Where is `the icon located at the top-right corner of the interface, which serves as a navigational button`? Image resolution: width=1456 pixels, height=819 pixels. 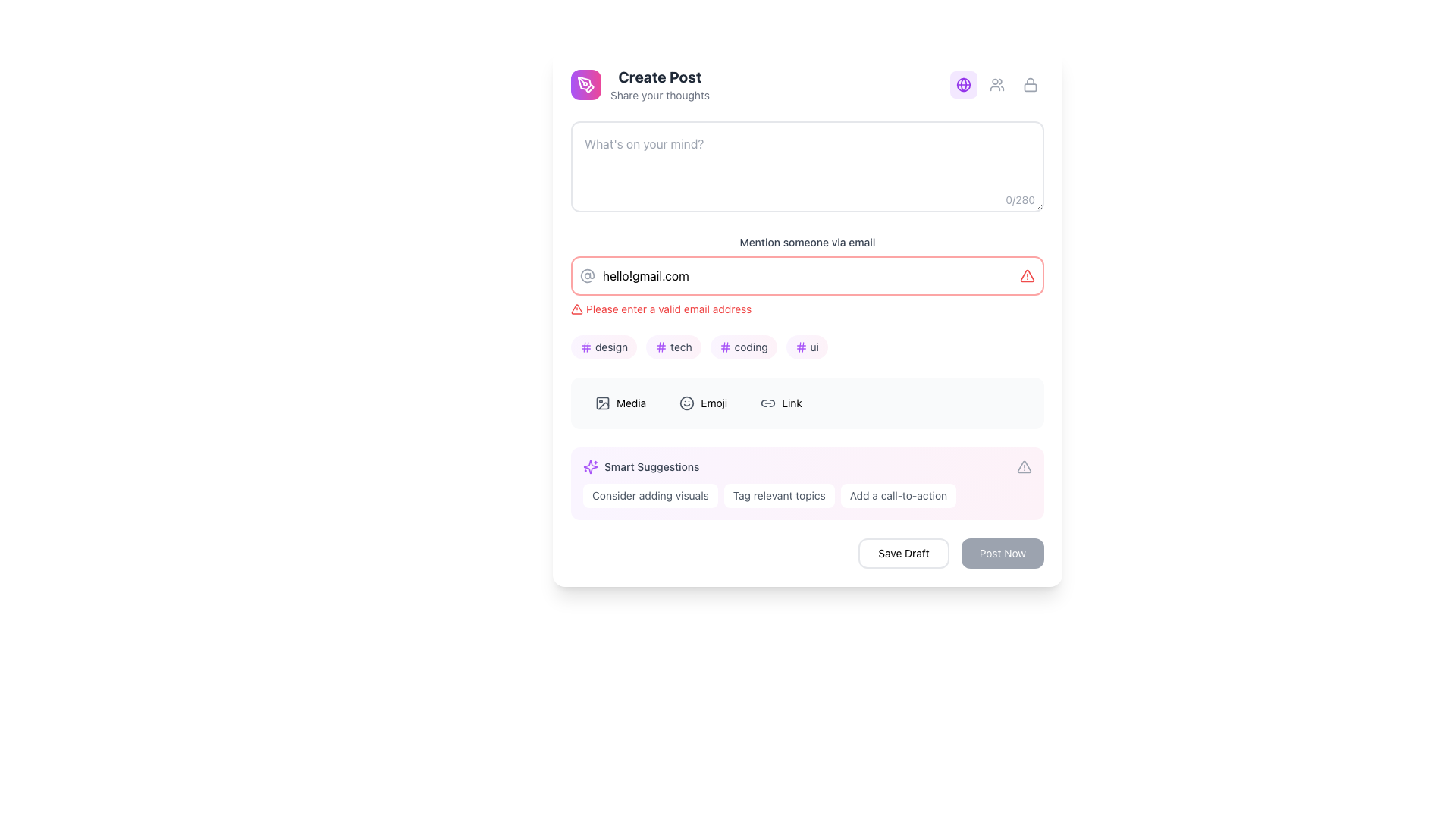 the icon located at the top-right corner of the interface, which serves as a navigational button is located at coordinates (963, 84).